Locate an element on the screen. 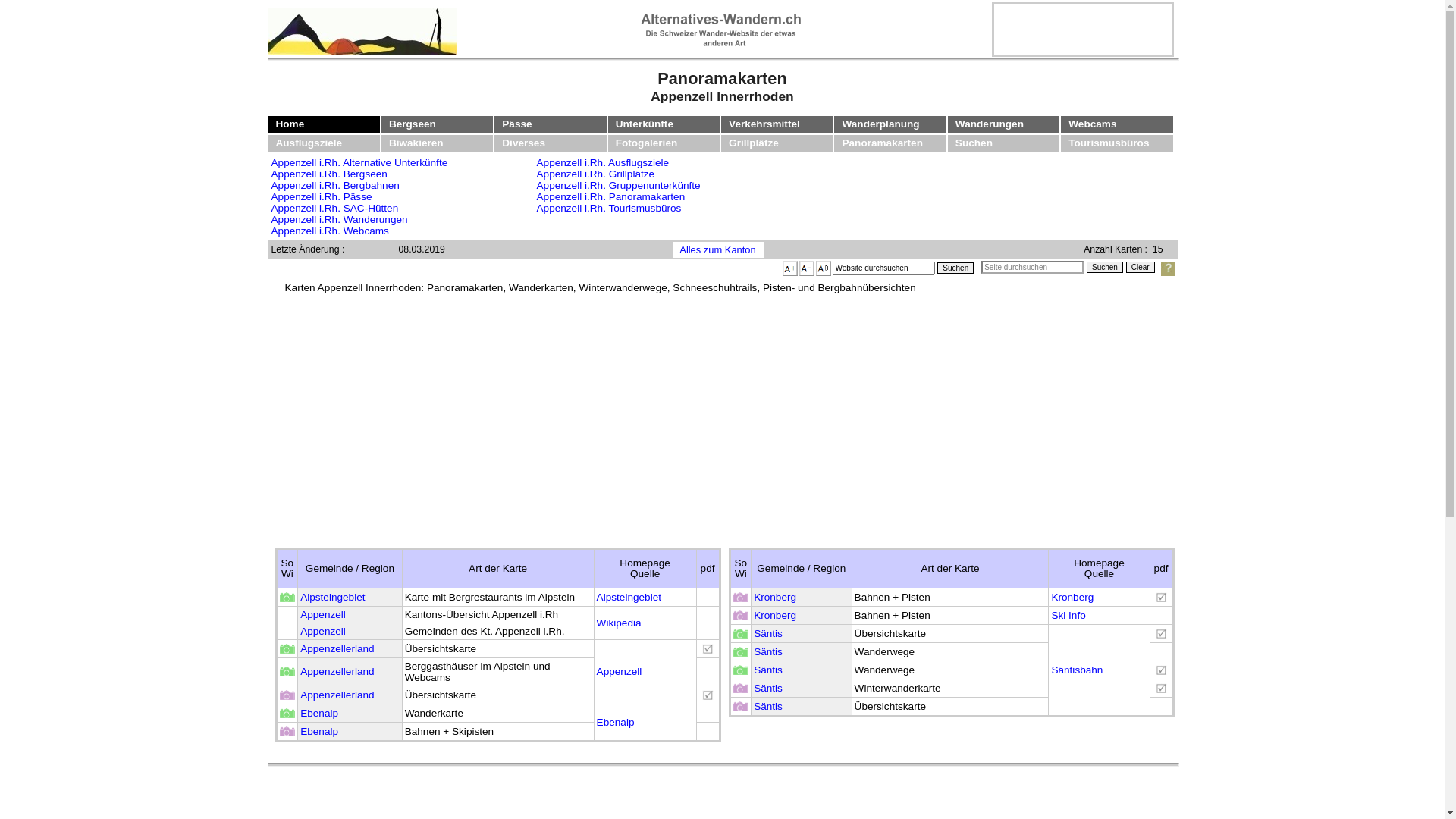 Image resolution: width=1456 pixels, height=819 pixels. 'Fotogalerien' is located at coordinates (647, 143).